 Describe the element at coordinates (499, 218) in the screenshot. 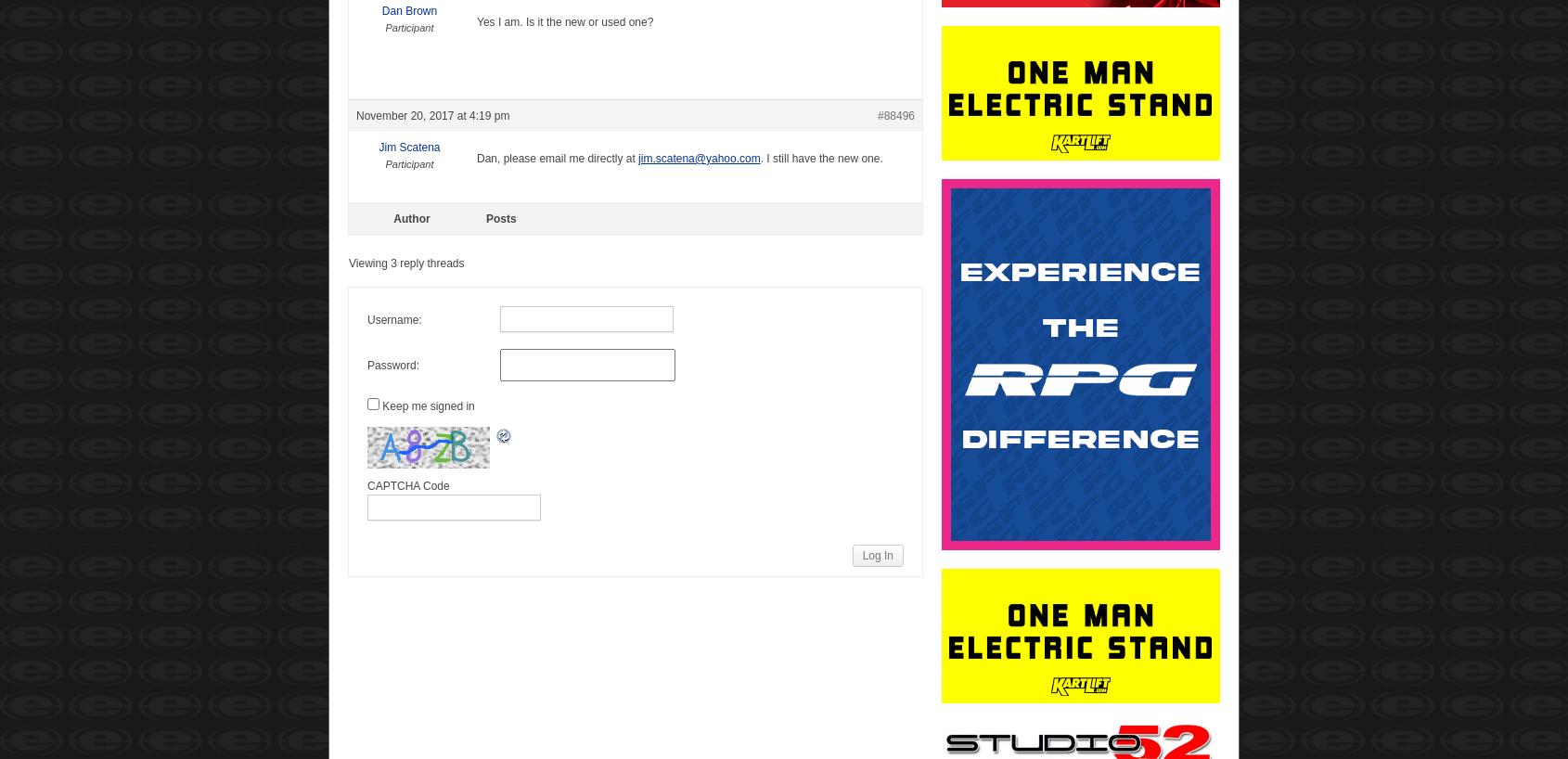

I see `'Posts'` at that location.